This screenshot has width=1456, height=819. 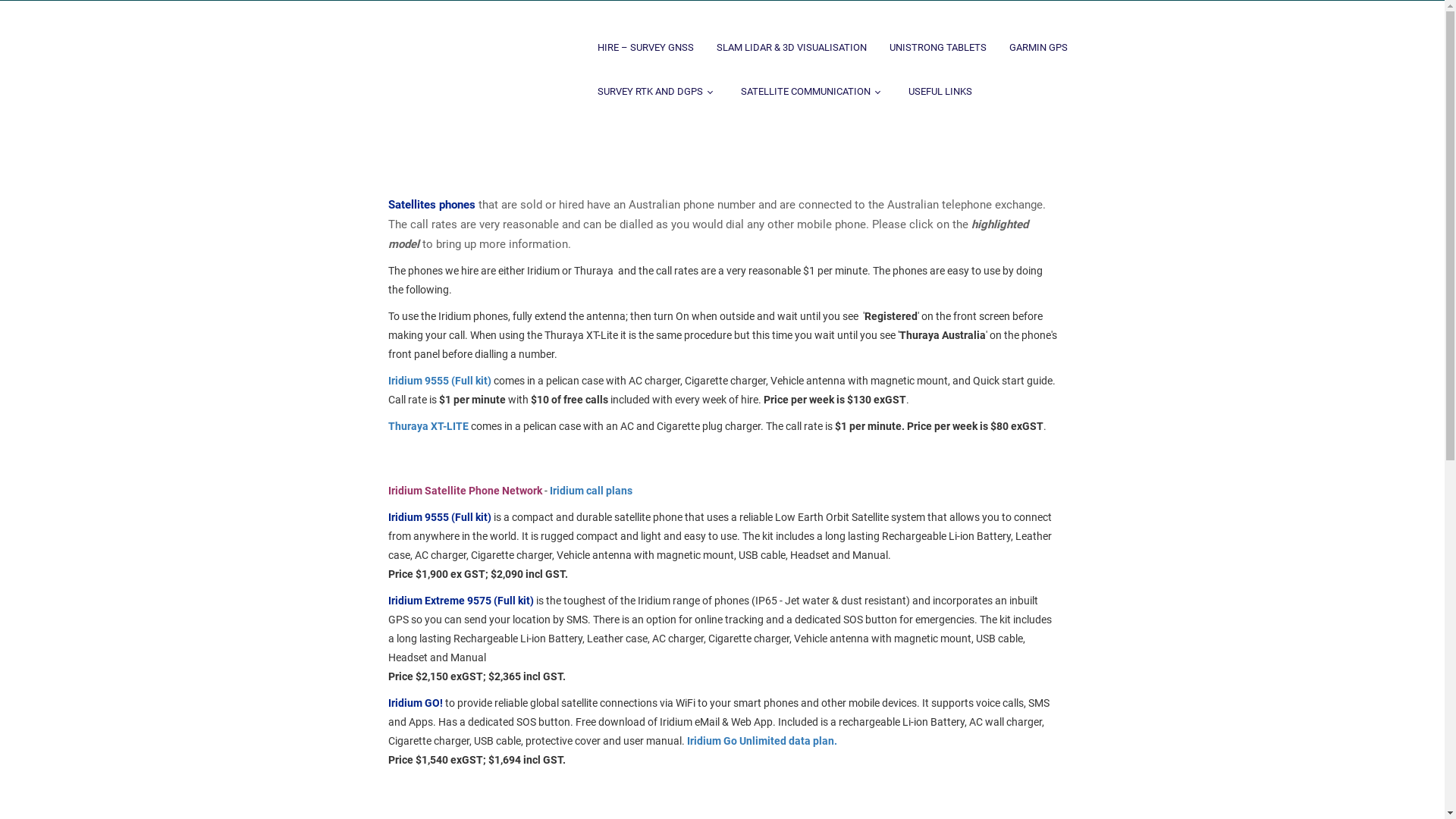 I want to click on 'Iridium GO!', so click(x=415, y=702).